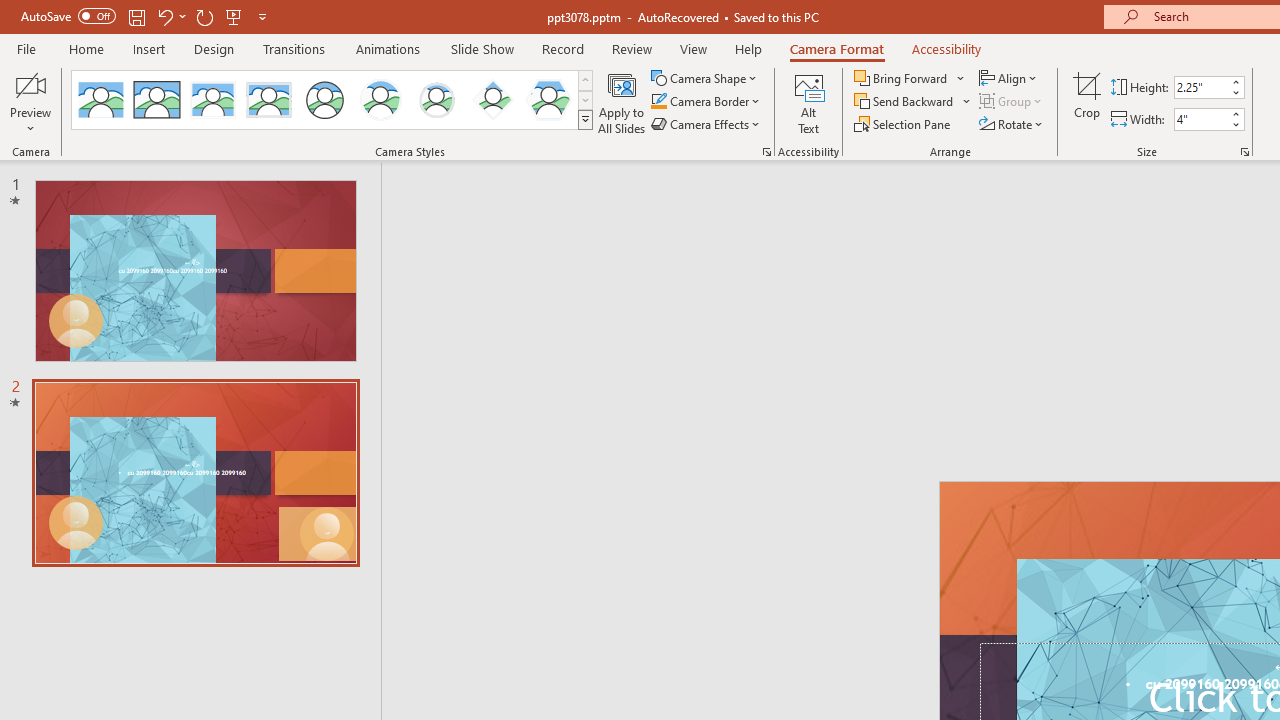  What do you see at coordinates (1009, 77) in the screenshot?
I see `'Align'` at bounding box center [1009, 77].